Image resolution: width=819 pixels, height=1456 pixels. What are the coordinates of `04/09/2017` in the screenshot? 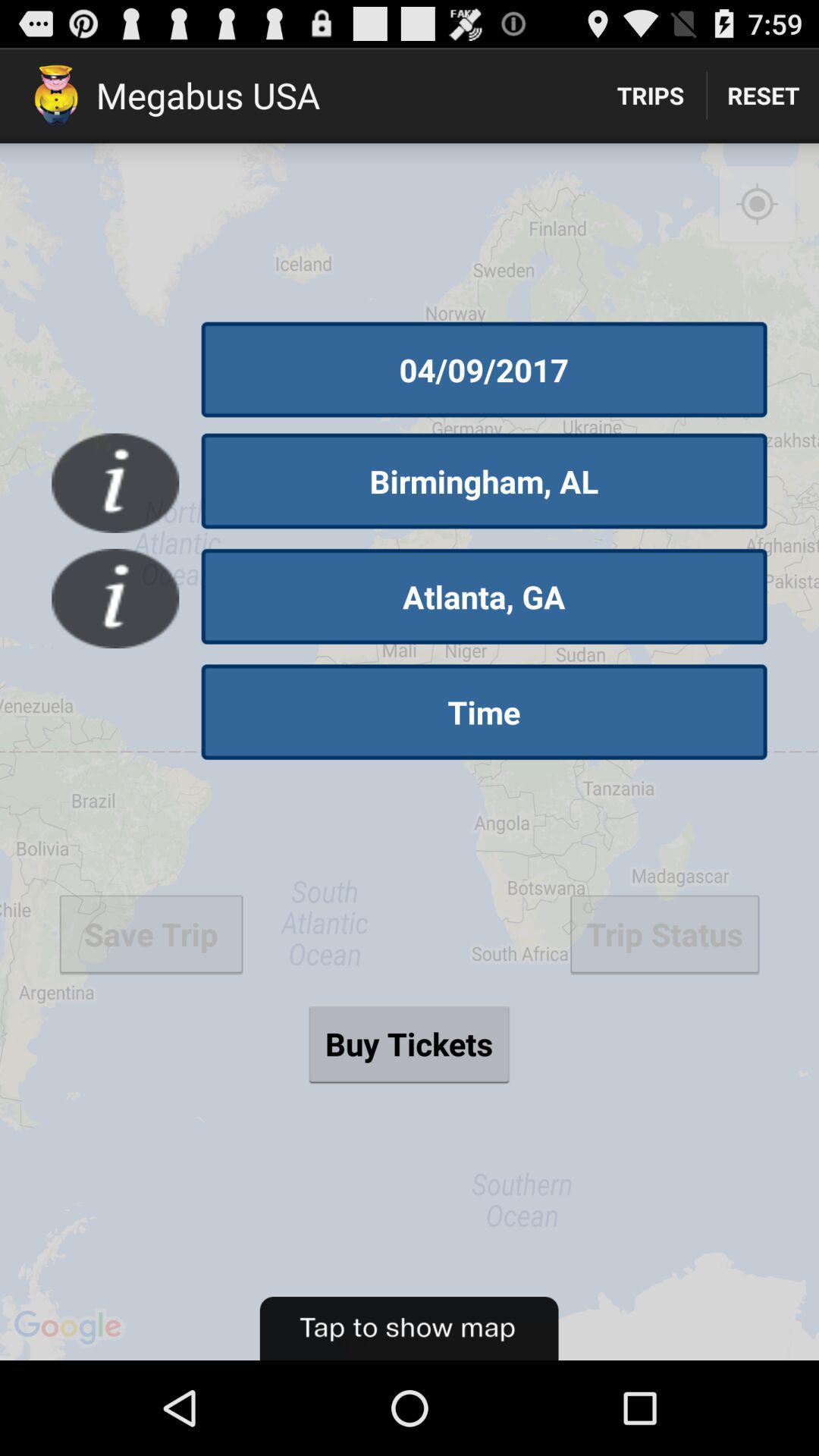 It's located at (484, 369).